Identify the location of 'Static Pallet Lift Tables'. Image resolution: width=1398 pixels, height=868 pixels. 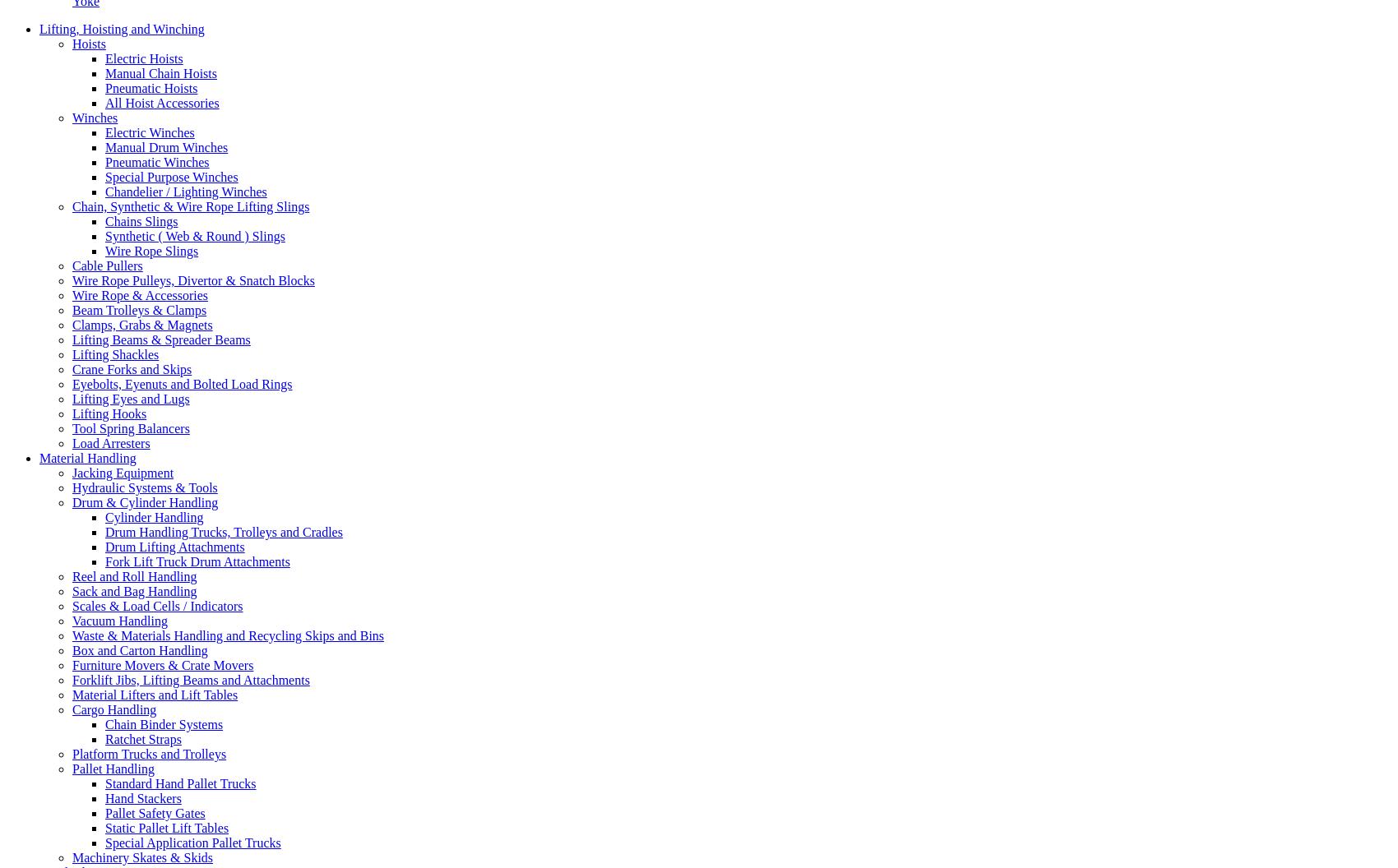
(104, 826).